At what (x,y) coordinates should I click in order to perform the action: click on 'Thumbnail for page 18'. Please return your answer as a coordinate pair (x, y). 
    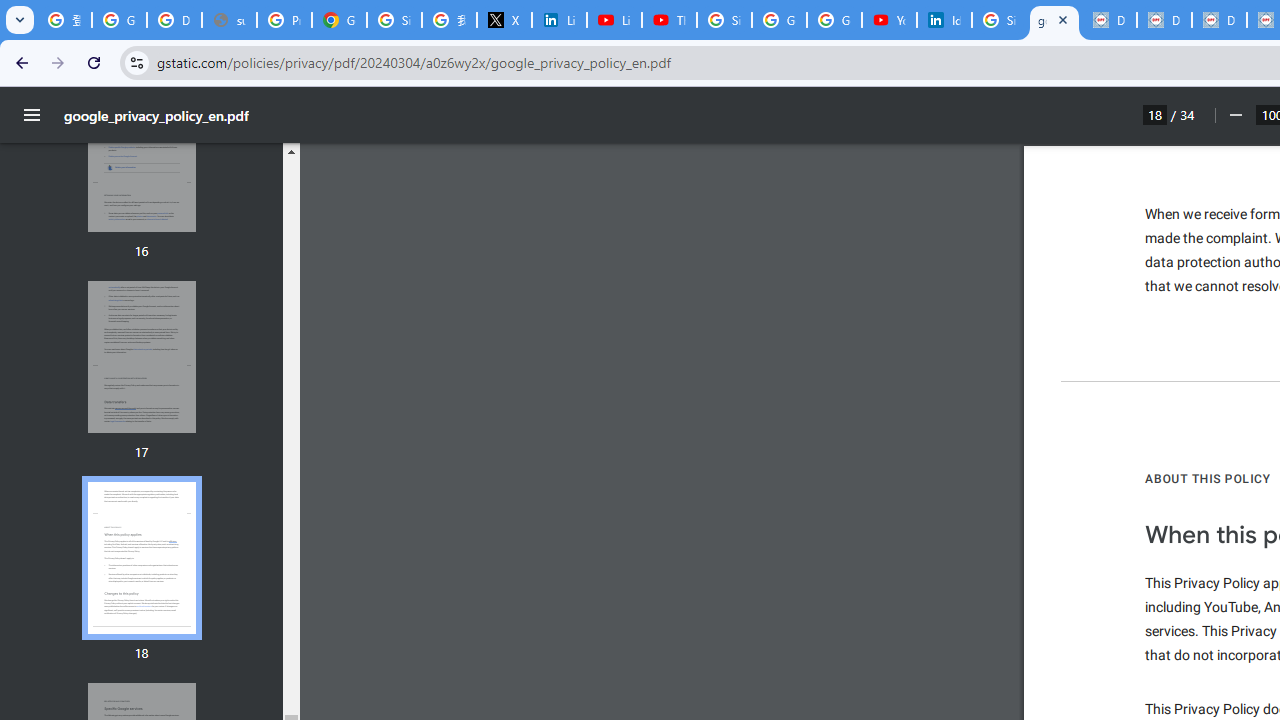
    Looking at the image, I should click on (140, 558).